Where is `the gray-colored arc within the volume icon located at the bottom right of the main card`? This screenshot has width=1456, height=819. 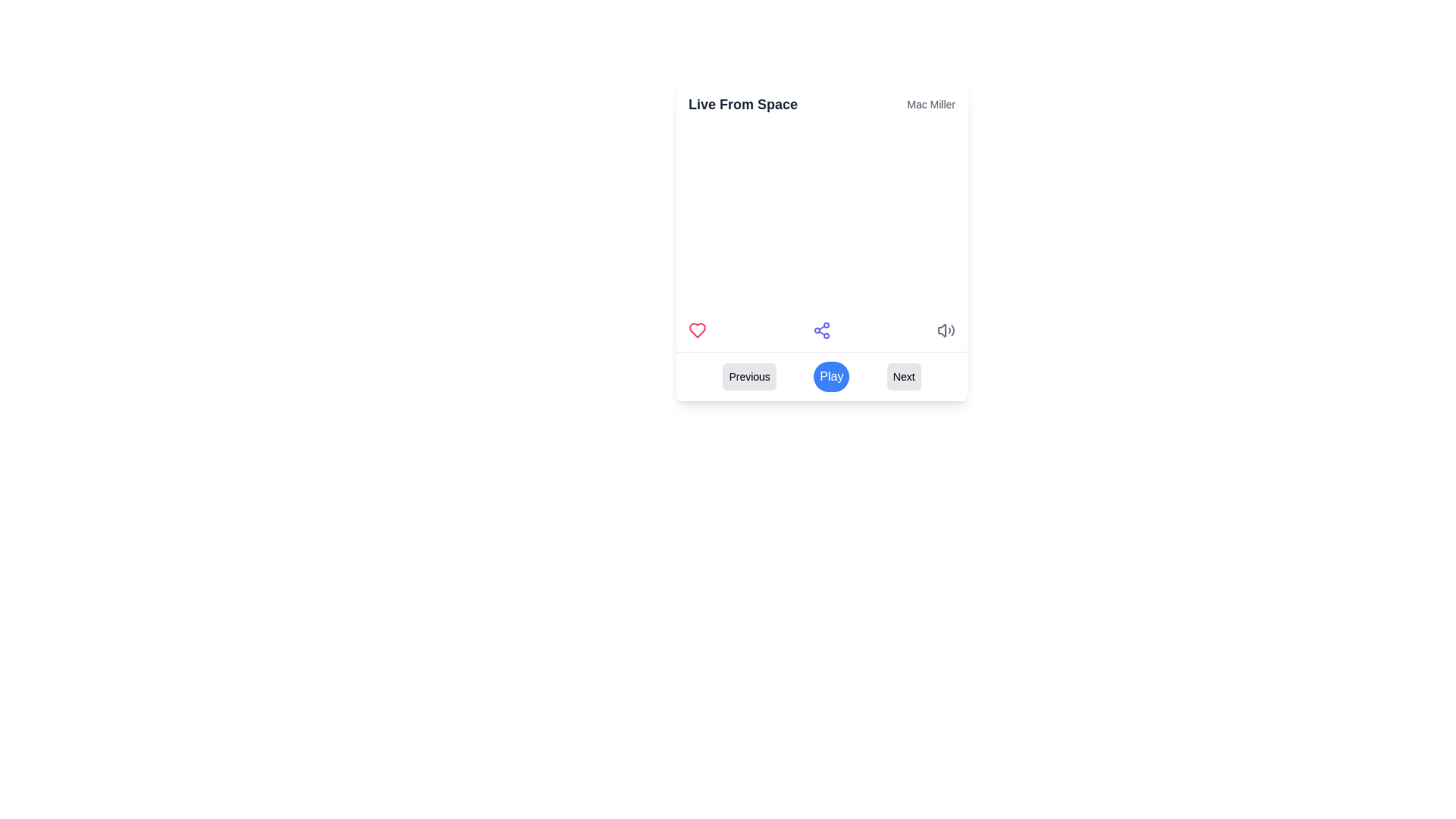
the gray-colored arc within the volume icon located at the bottom right of the main card is located at coordinates (952, 329).